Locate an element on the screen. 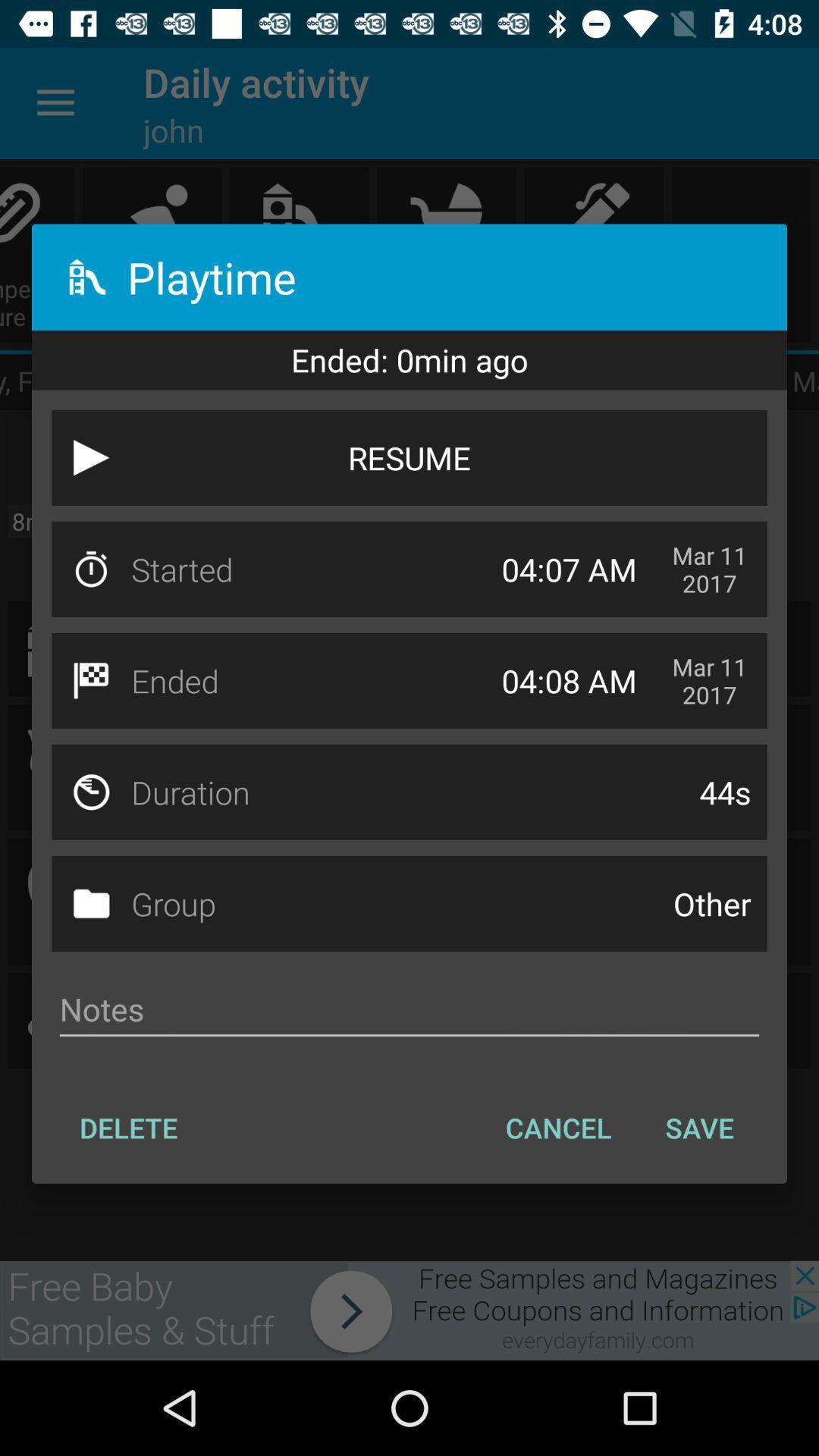 This screenshot has height=1456, width=819. icon to the left of save item is located at coordinates (558, 1128).